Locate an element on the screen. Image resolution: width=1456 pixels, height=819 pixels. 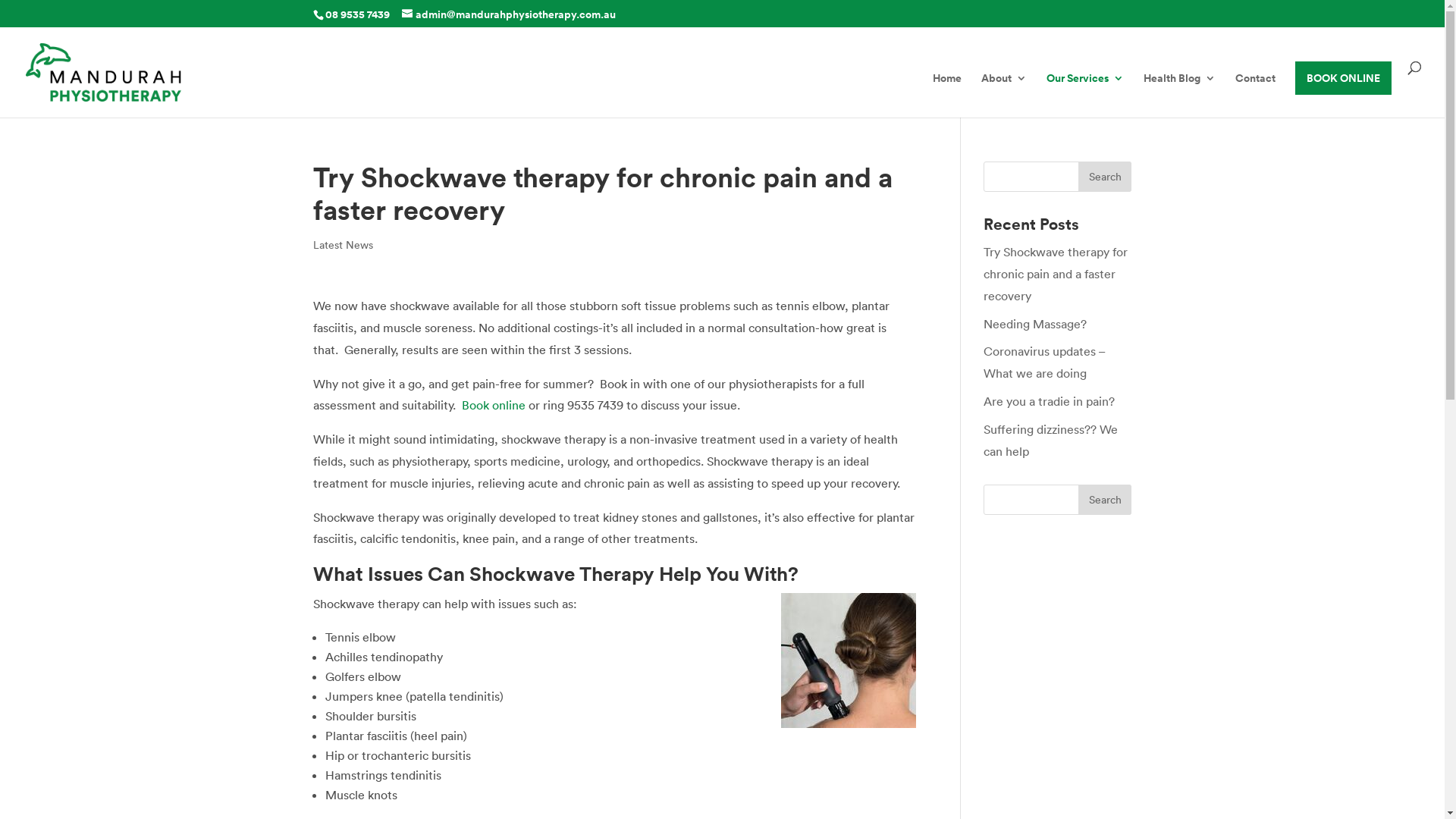
'Latest News' is located at coordinates (312, 244).